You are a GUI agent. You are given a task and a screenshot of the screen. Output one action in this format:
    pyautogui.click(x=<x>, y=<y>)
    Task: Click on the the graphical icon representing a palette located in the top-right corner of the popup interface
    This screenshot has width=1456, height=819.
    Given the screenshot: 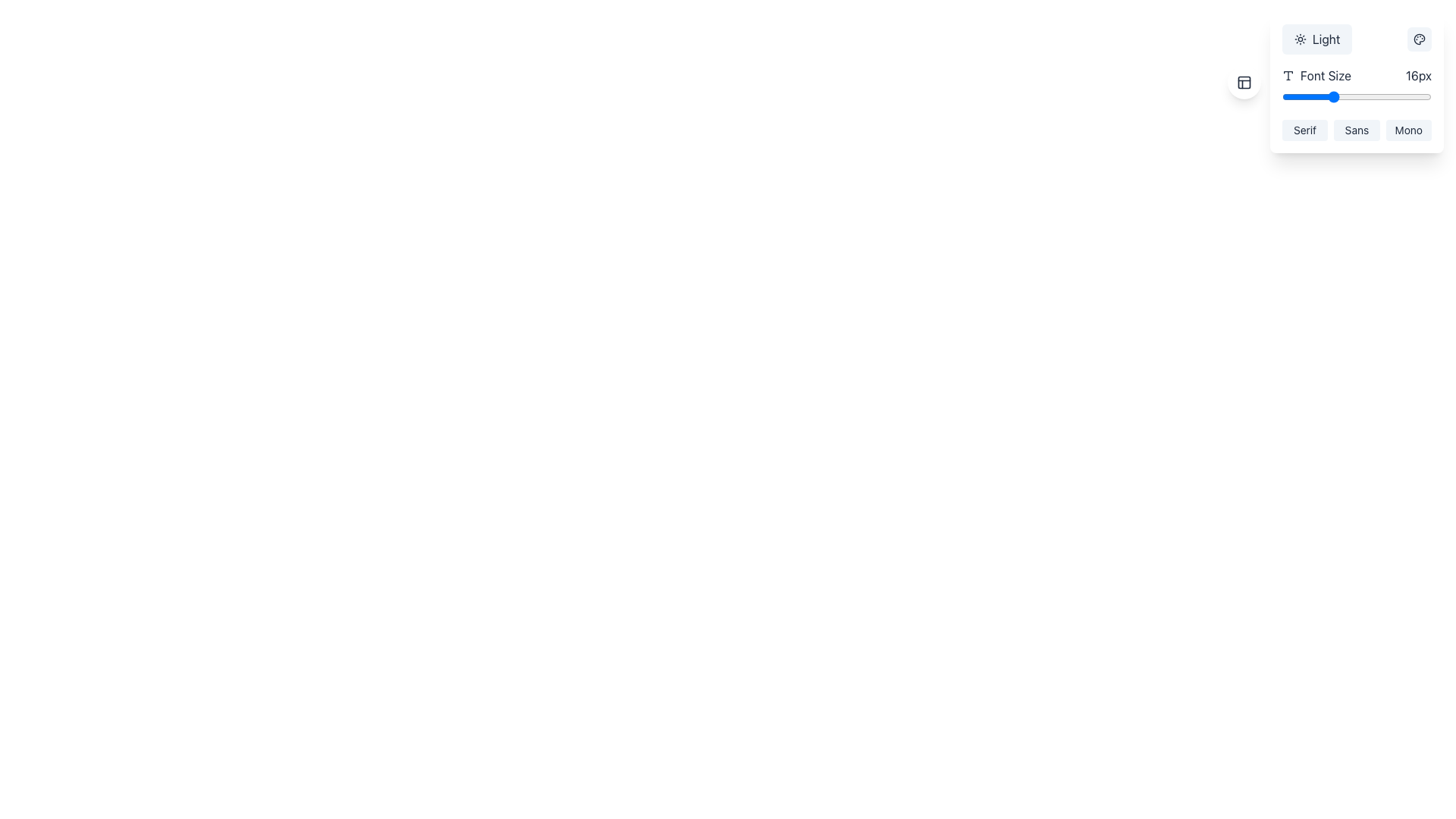 What is the action you would take?
    pyautogui.click(x=1419, y=38)
    